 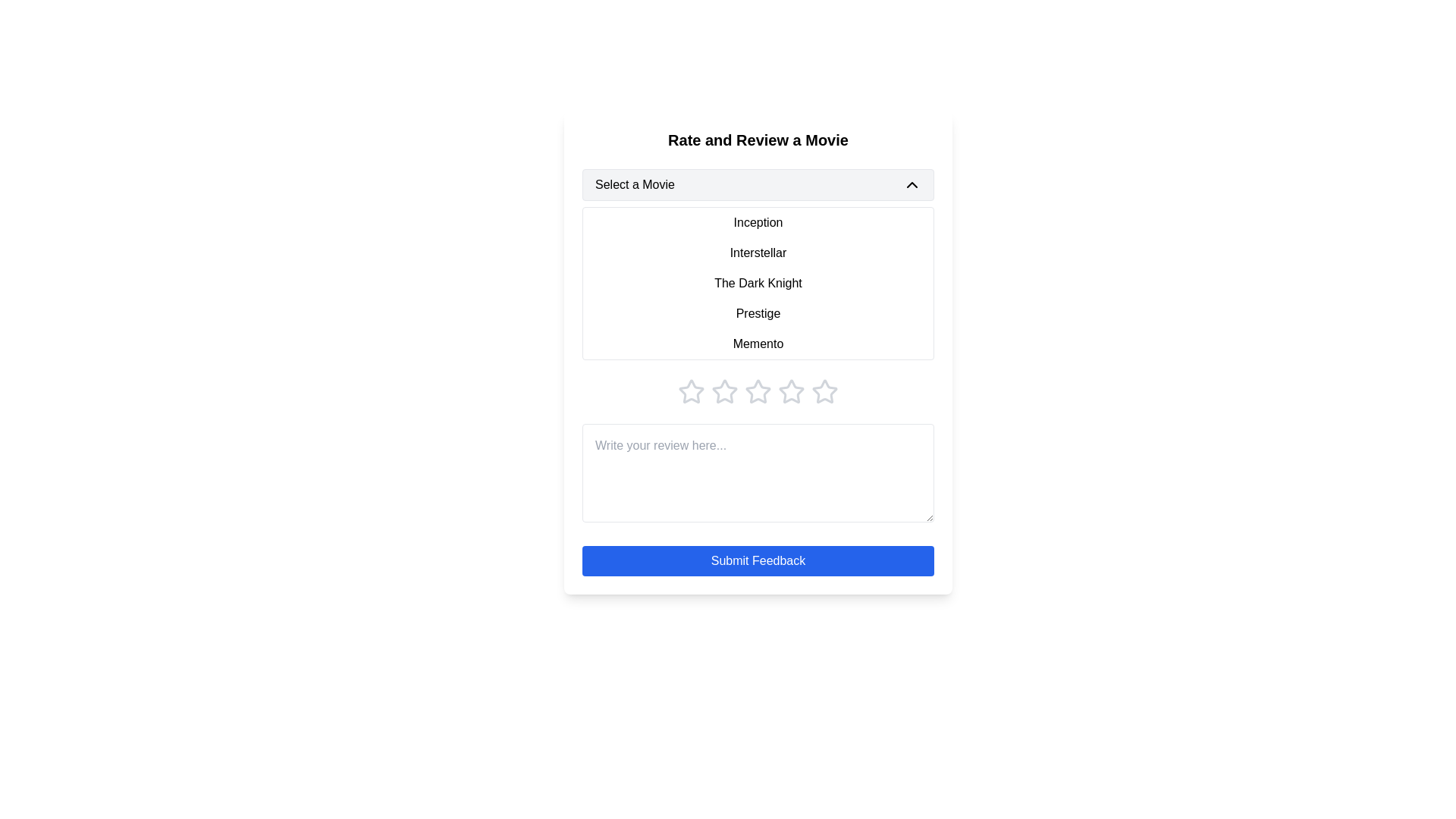 What do you see at coordinates (758, 263) in the screenshot?
I see `the dropdown menu labeled 'Select a Movie'` at bounding box center [758, 263].